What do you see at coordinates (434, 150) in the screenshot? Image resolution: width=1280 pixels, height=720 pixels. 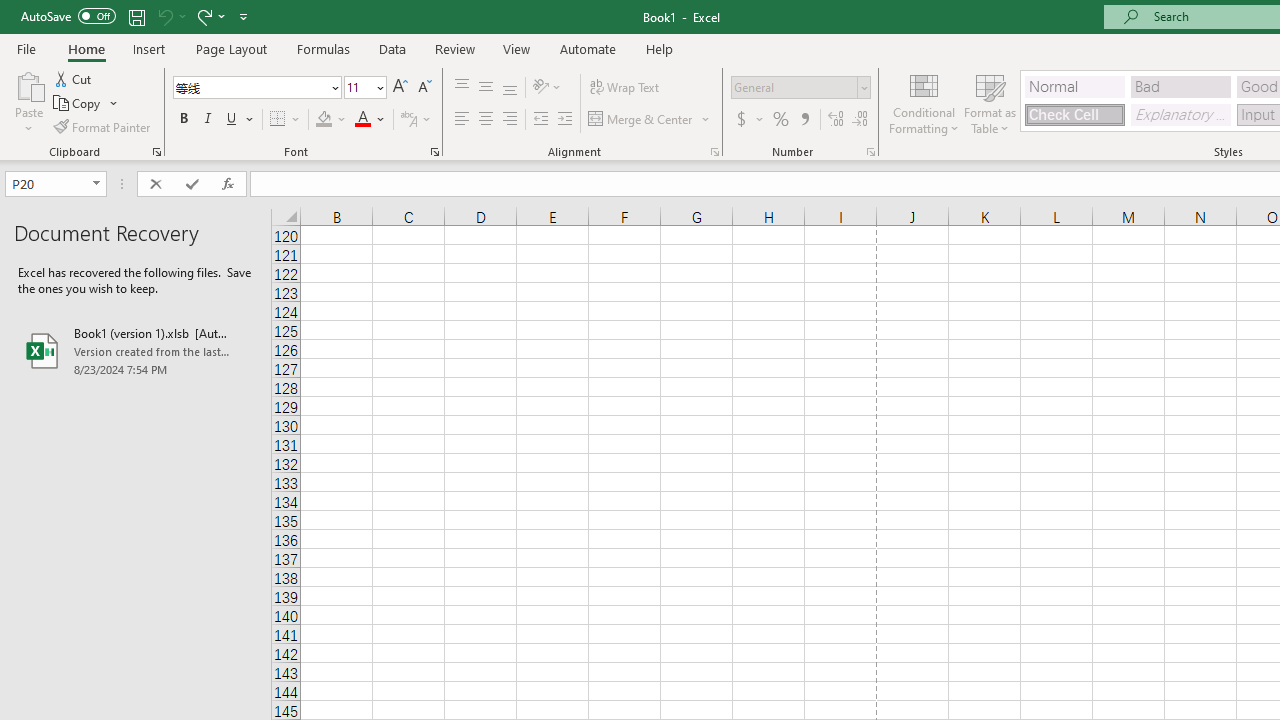 I see `'Format Cell Font'` at bounding box center [434, 150].